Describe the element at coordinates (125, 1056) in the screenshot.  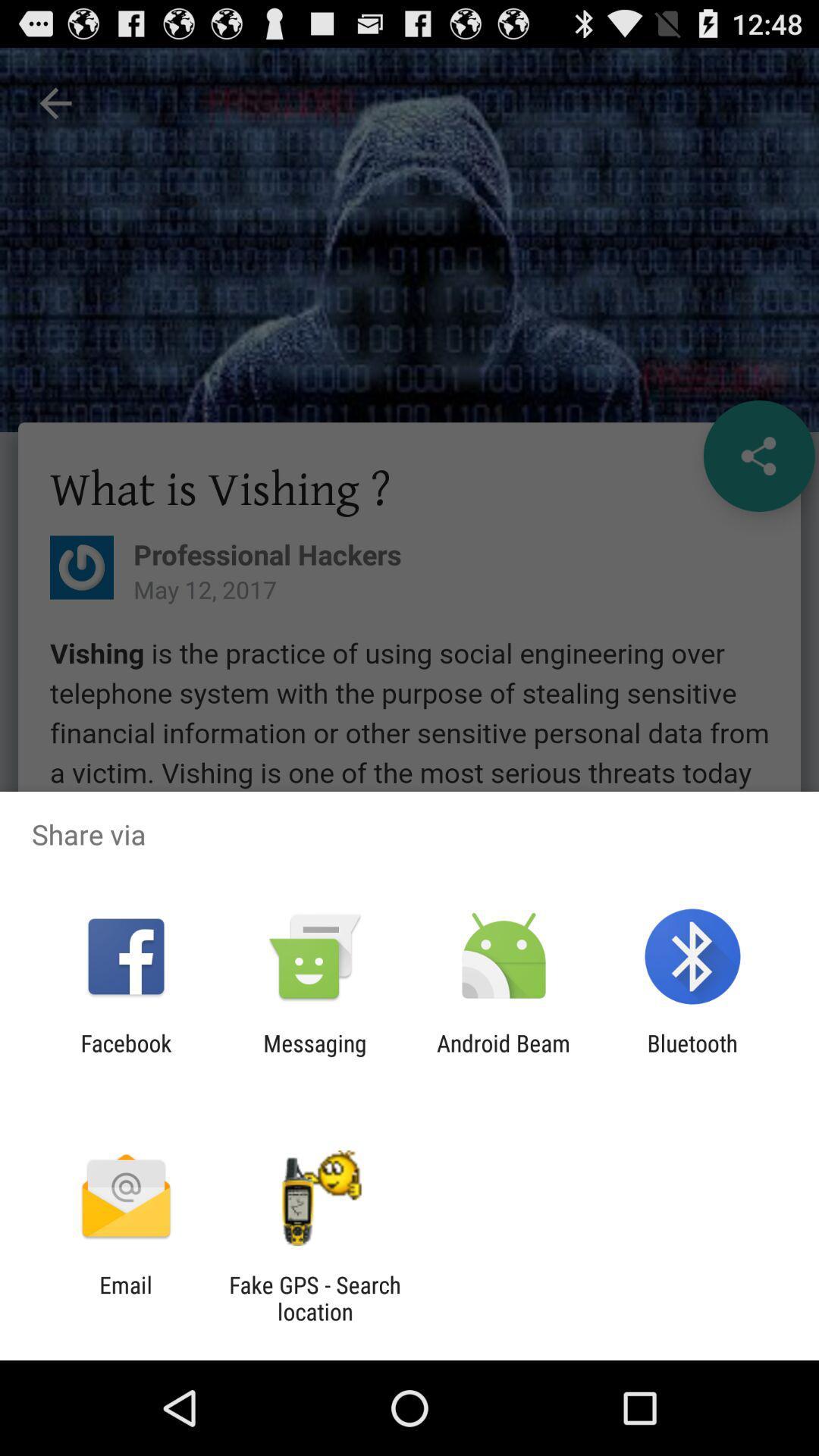
I see `app to the left of messaging item` at that location.